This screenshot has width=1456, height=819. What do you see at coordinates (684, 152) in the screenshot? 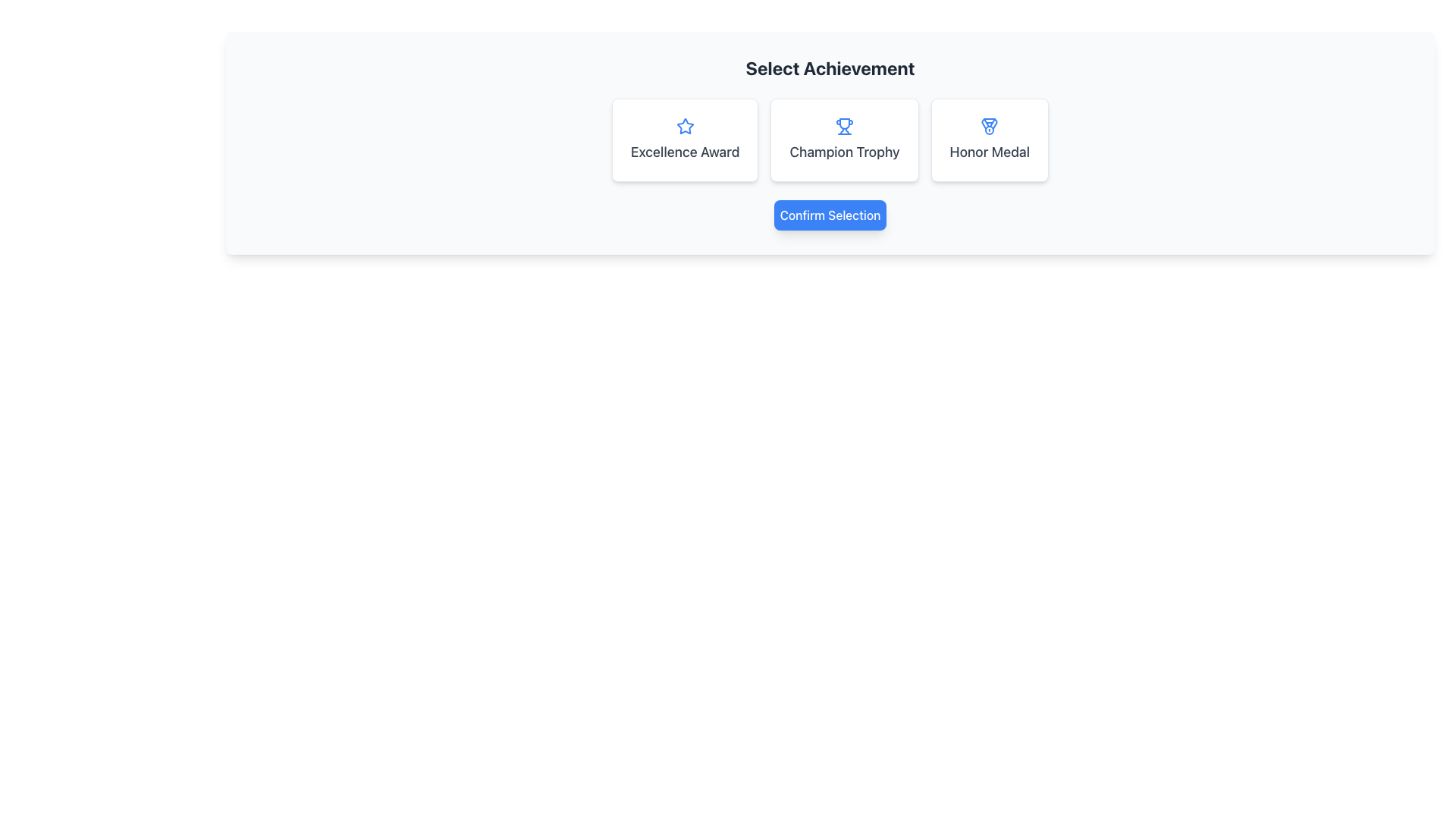
I see `the 'Excellence Award' text label, which is centrally aligned within the first card below the 'Select Achievement' heading` at bounding box center [684, 152].